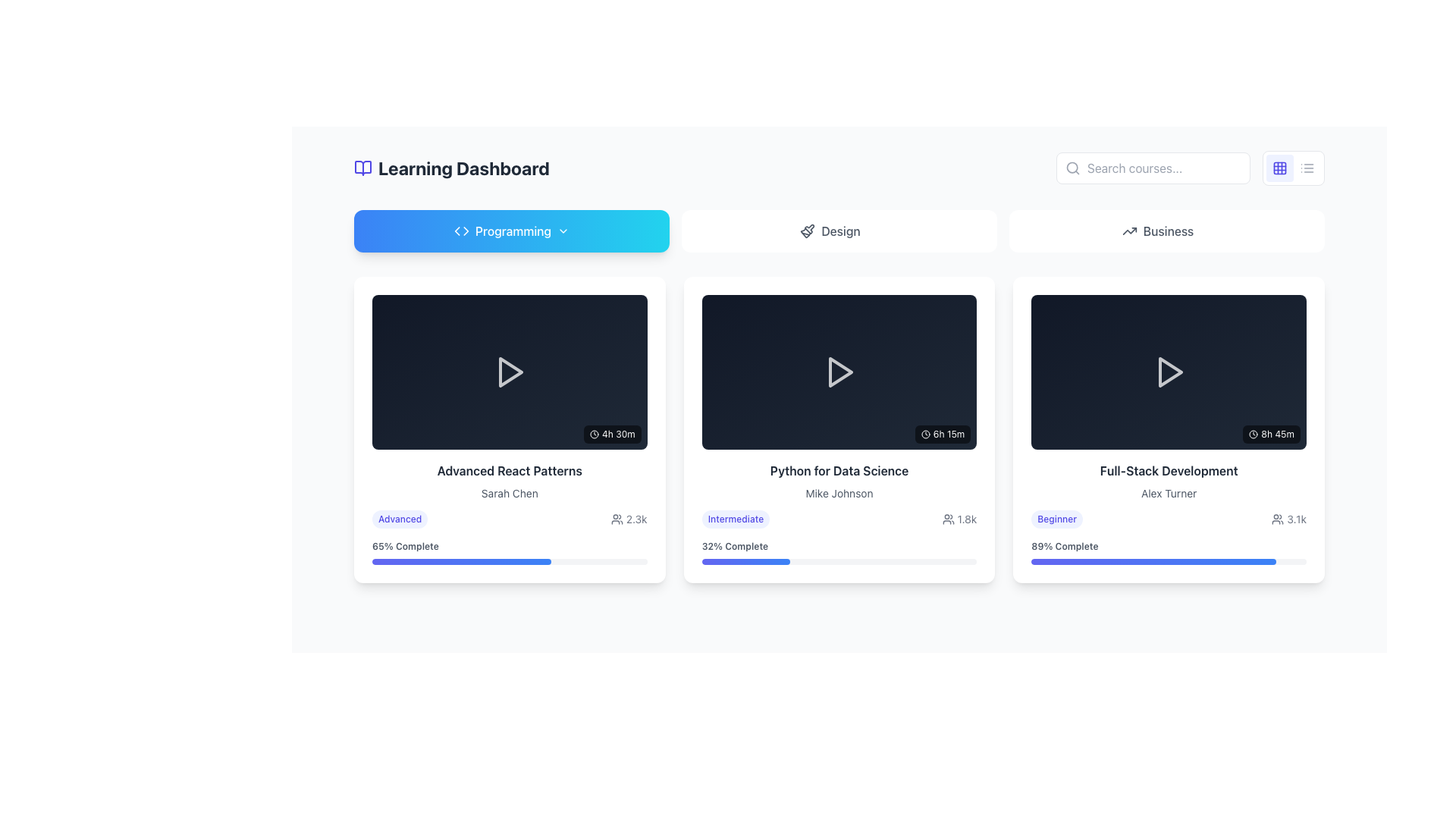 Image resolution: width=1456 pixels, height=819 pixels. I want to click on the informative label with icon indicating the duration of the 'Full-Stack Development' course, located in the bottom-right corner of the course card, so click(1272, 434).